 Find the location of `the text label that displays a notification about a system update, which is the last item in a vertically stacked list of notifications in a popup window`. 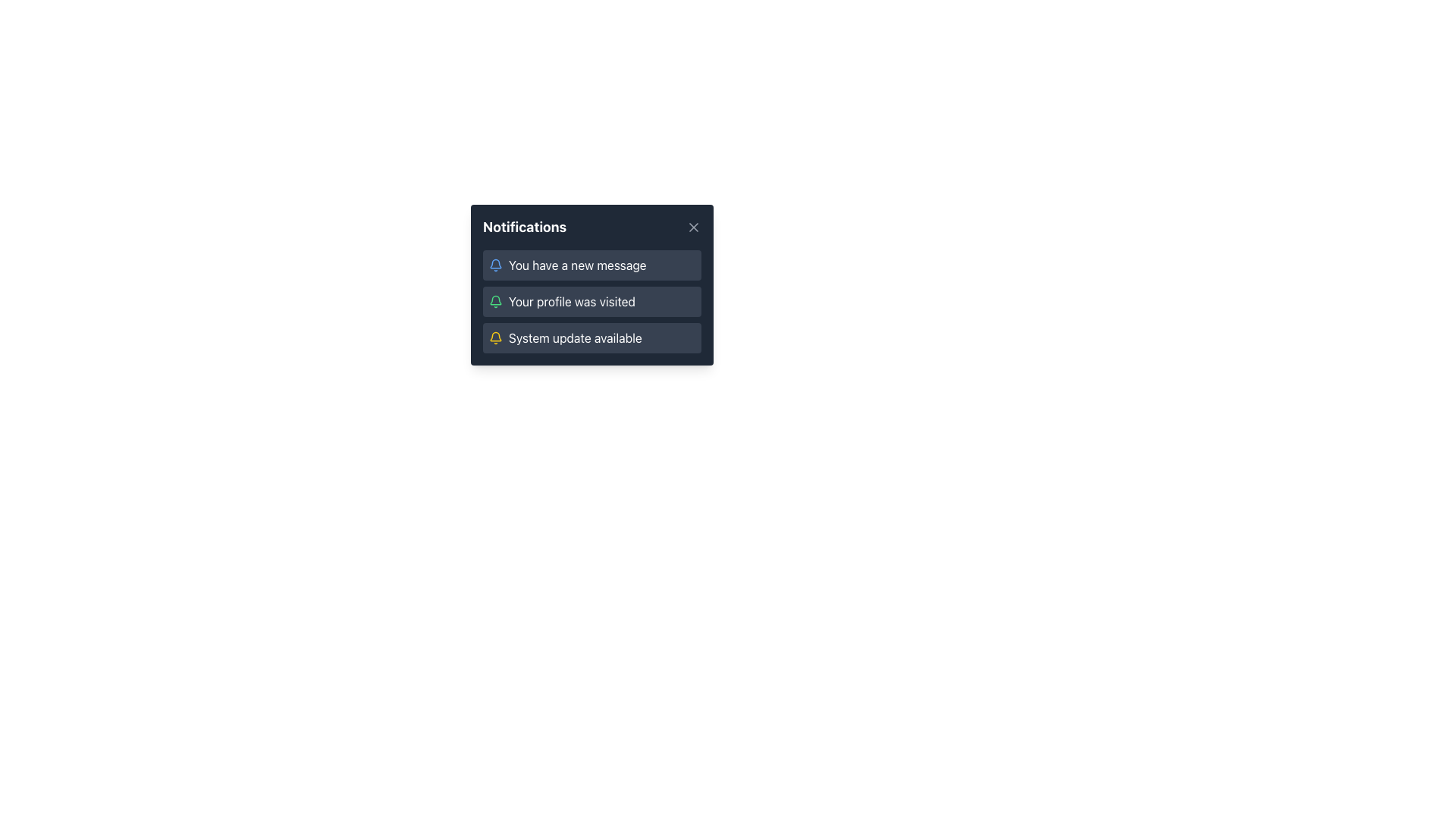

the text label that displays a notification about a system update, which is the last item in a vertically stacked list of notifications in a popup window is located at coordinates (574, 337).